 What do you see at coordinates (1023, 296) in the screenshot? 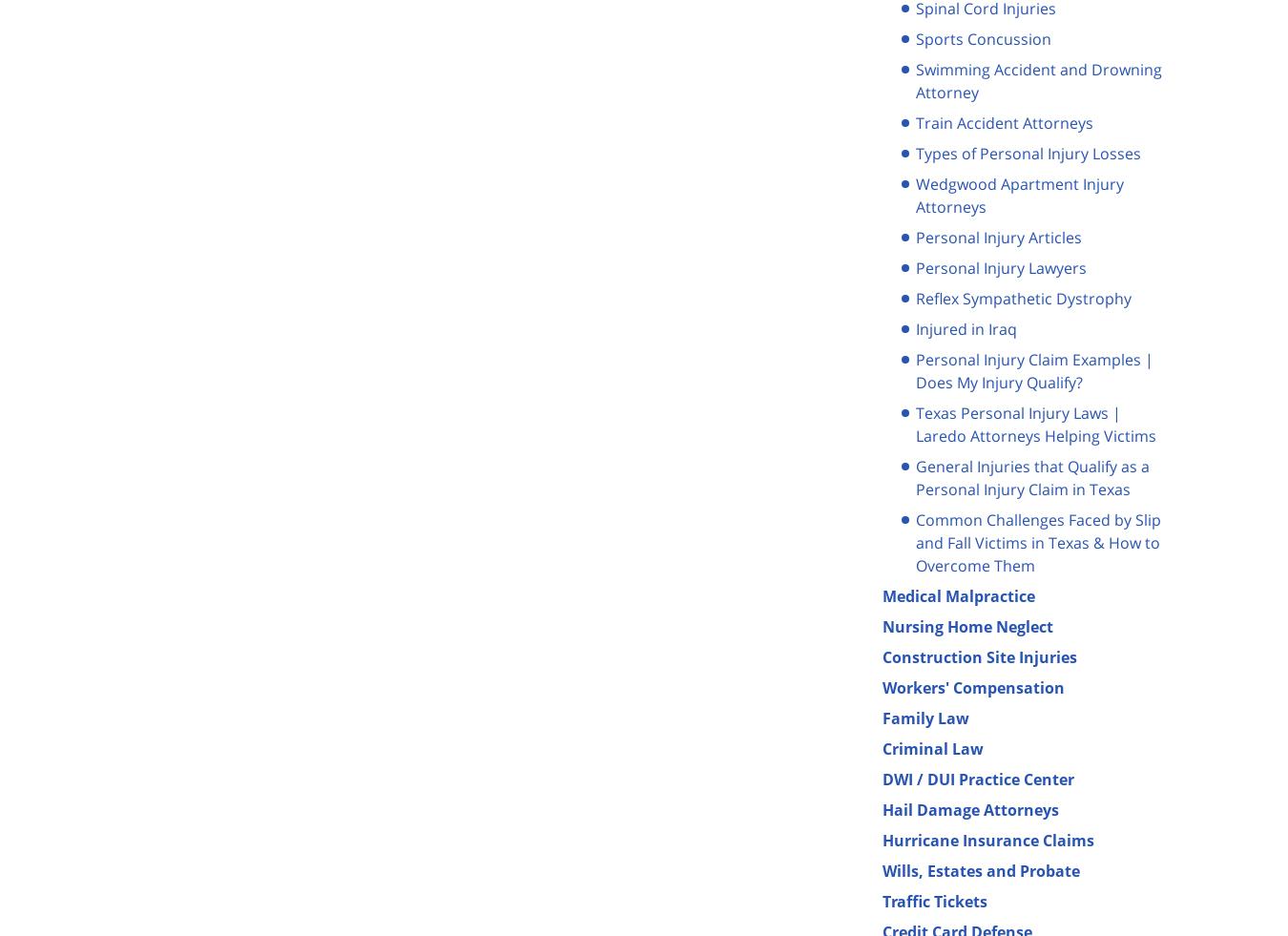
I see `'Reflex Sympathetic Dystrophy'` at bounding box center [1023, 296].